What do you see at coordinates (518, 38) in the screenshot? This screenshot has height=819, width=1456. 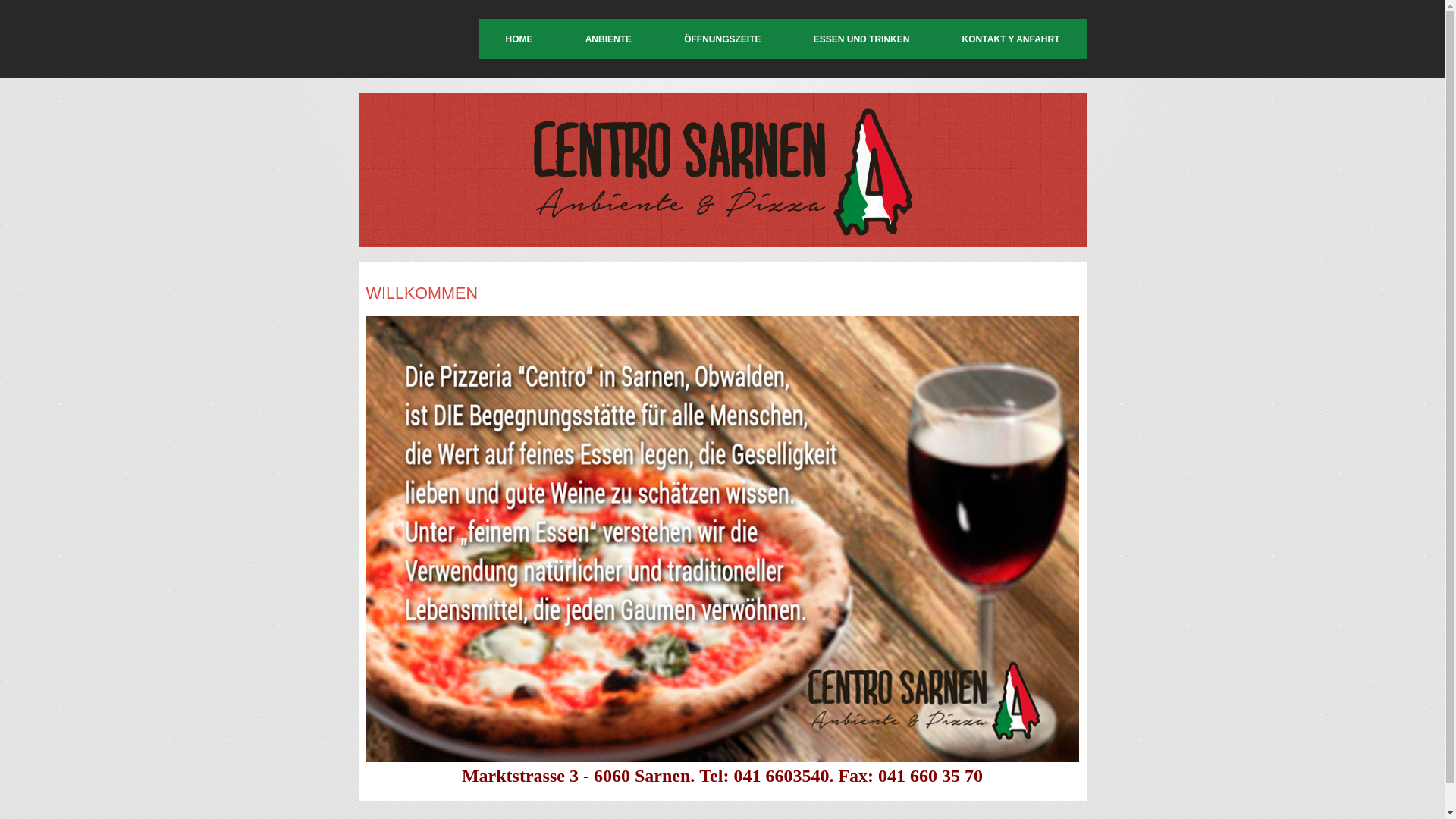 I see `'HOME'` at bounding box center [518, 38].